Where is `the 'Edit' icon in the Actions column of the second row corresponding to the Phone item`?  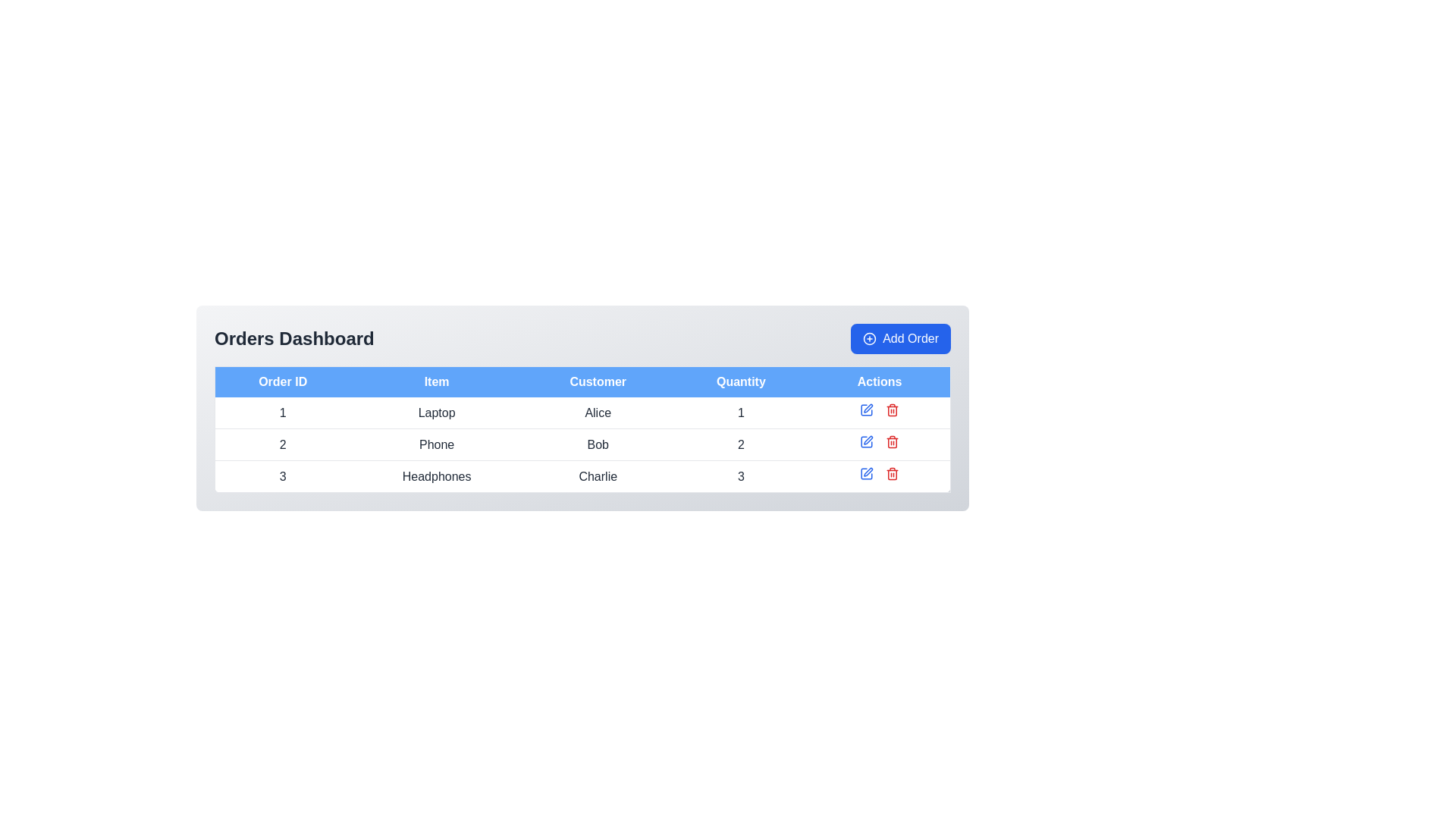 the 'Edit' icon in the Actions column of the second row corresponding to the Phone item is located at coordinates (867, 441).